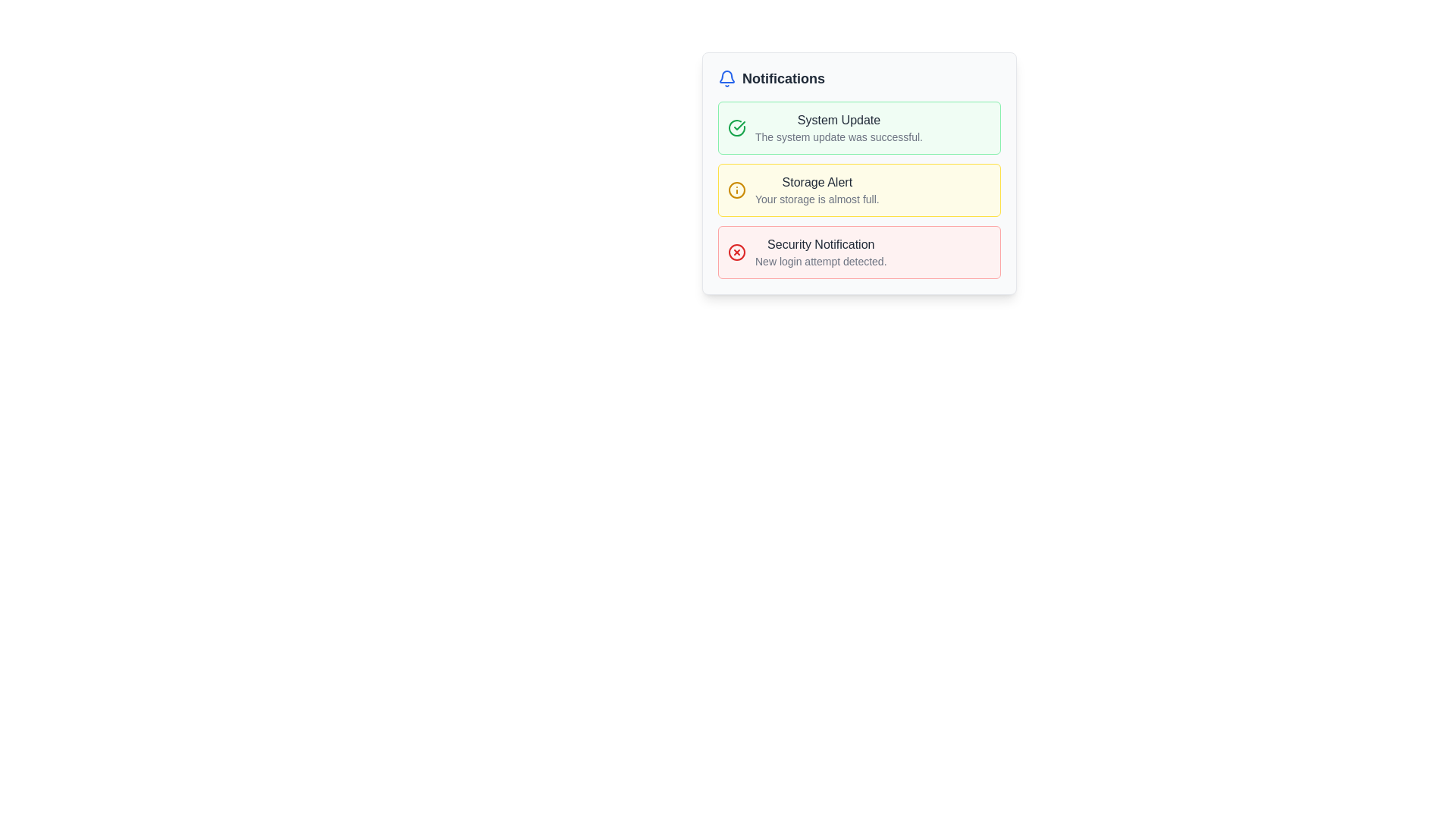 The width and height of the screenshot is (1456, 819). Describe the element at coordinates (859, 207) in the screenshot. I see `the notification panel labeled 'Notifications' to interact with individual alerts for further details` at that location.